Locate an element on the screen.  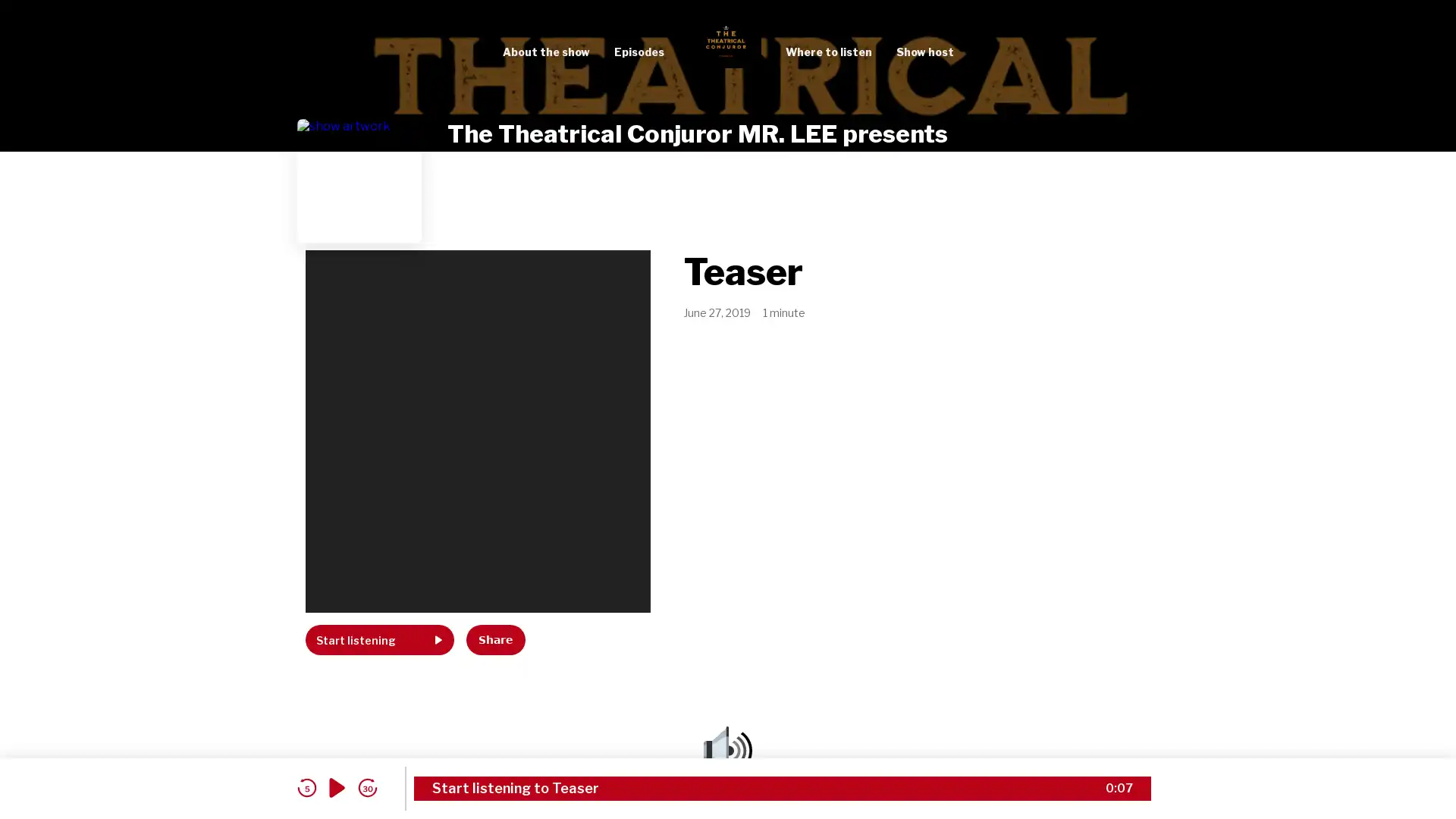
Start listening is located at coordinates (379, 640).